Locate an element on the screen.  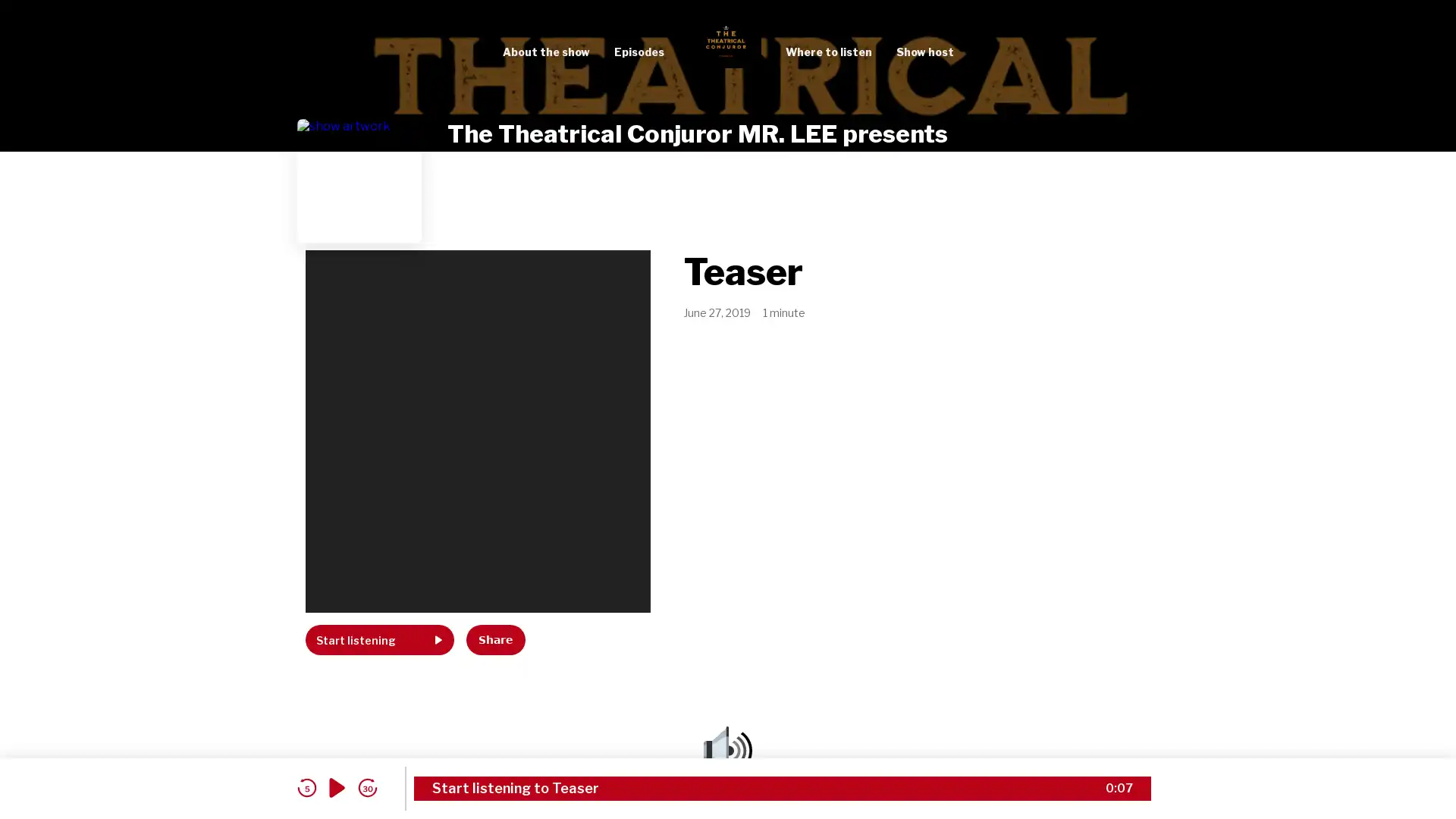
Start listening is located at coordinates (379, 640).